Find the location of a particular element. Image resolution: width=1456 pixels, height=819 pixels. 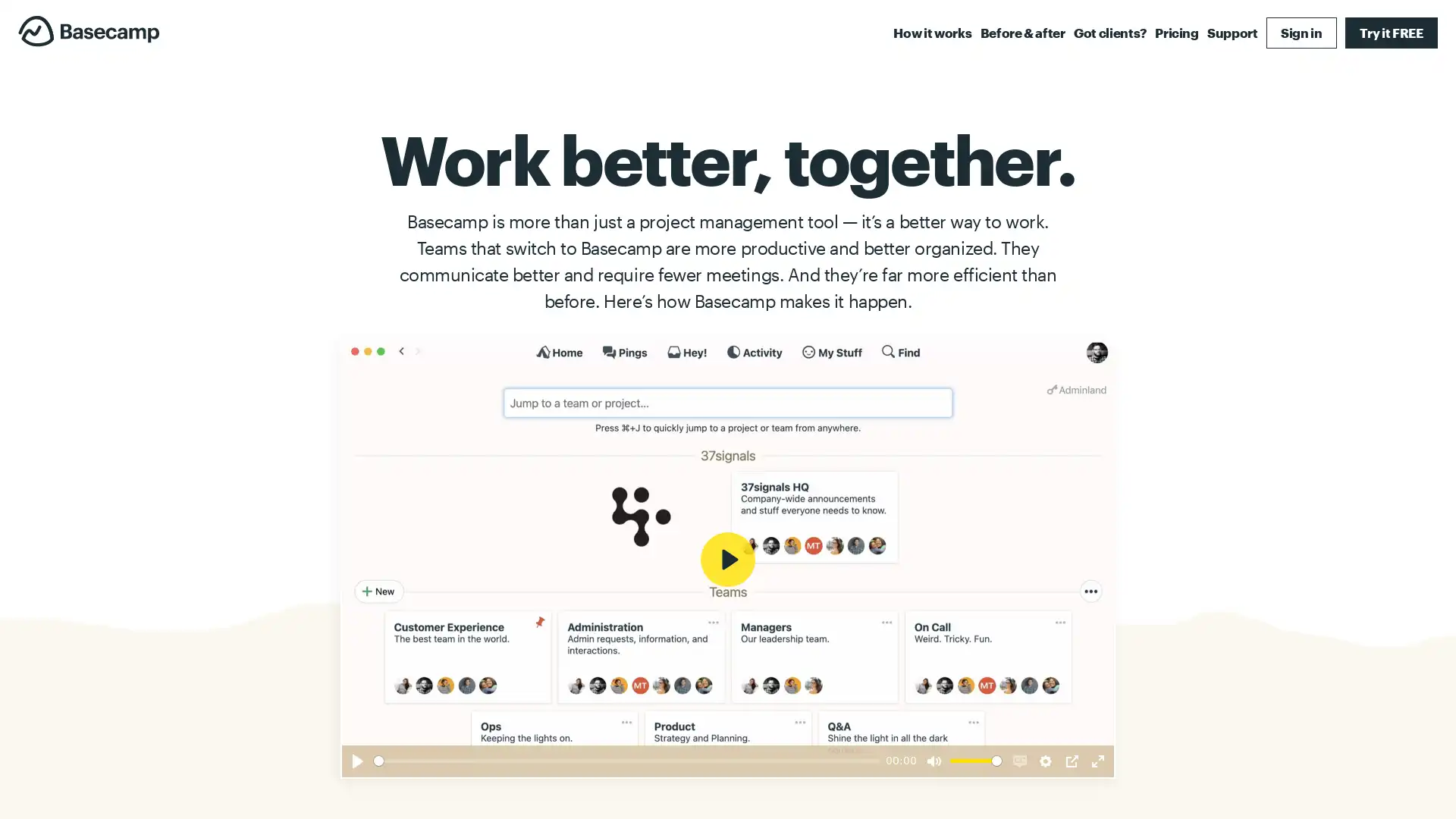

Enable captions is located at coordinates (1019, 760).